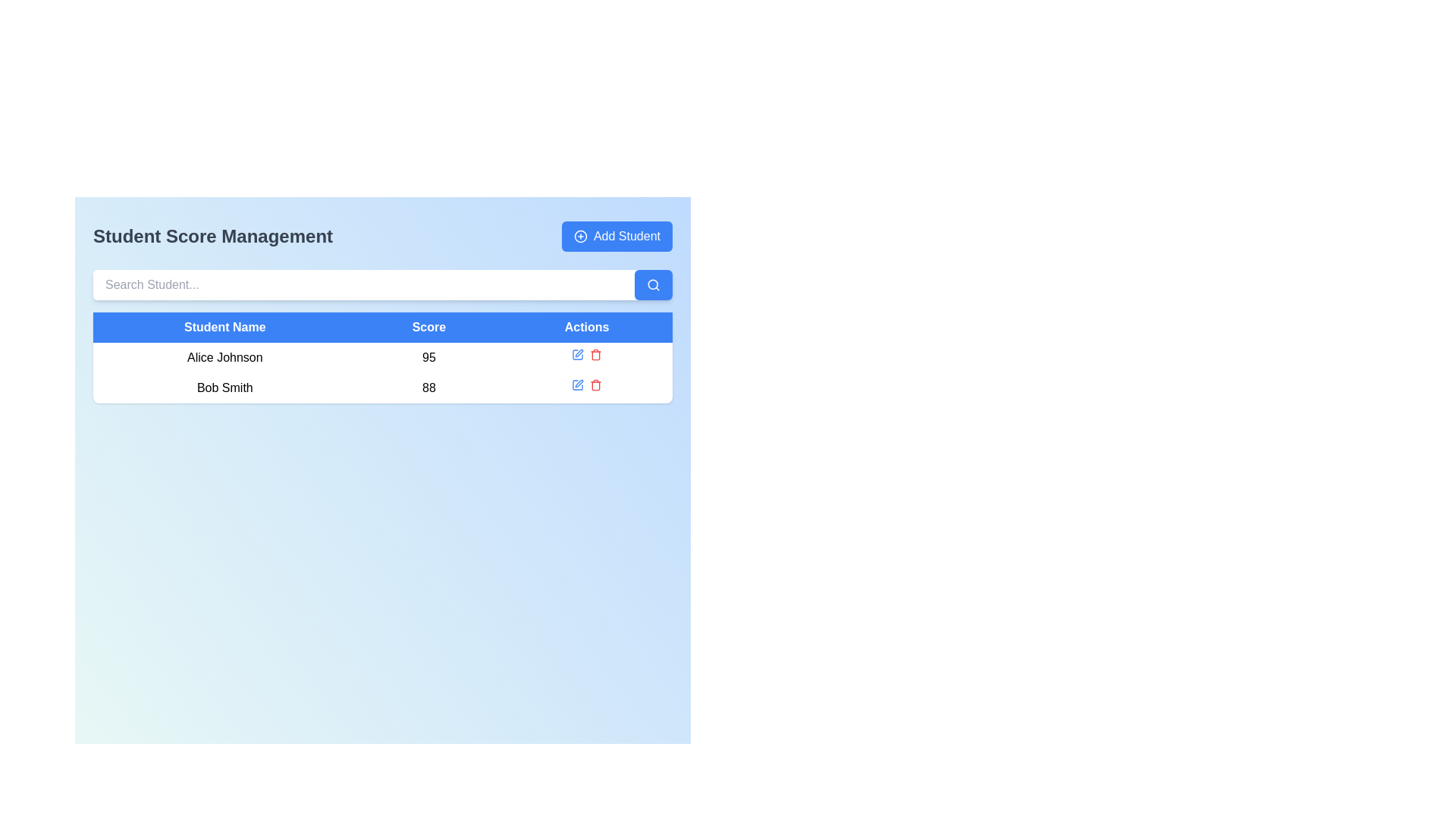 This screenshot has width=1456, height=819. Describe the element at coordinates (224, 357) in the screenshot. I see `the text label displaying the name 'Alice Johnson' in the 'Student Name' column of the data table` at that location.